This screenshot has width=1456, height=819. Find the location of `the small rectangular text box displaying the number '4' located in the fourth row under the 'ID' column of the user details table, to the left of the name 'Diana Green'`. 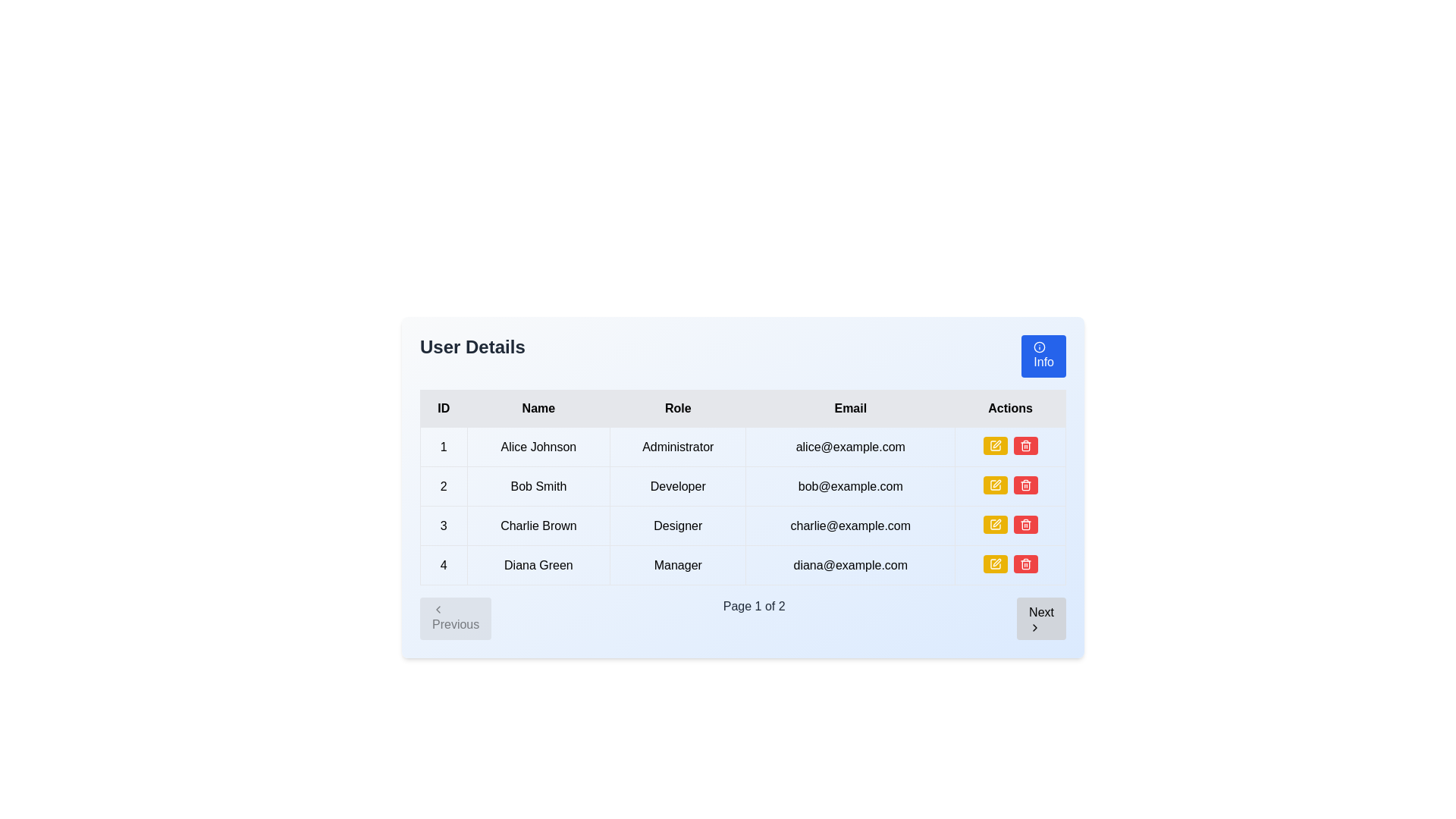

the small rectangular text box displaying the number '4' located in the fourth row under the 'ID' column of the user details table, to the left of the name 'Diana Green' is located at coordinates (443, 565).